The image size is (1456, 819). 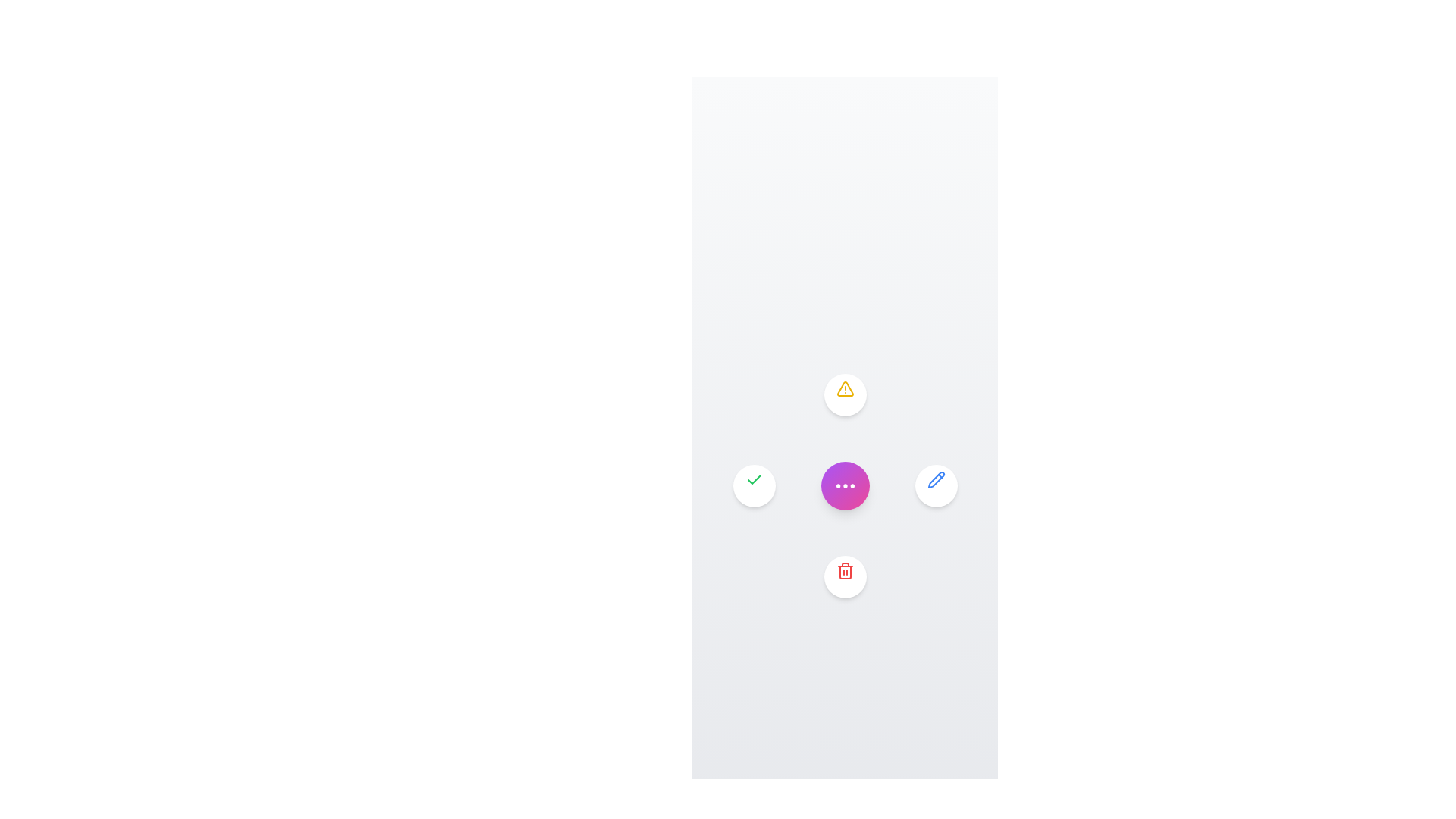 I want to click on the 'Complete' button in the radial menu, so click(x=754, y=485).